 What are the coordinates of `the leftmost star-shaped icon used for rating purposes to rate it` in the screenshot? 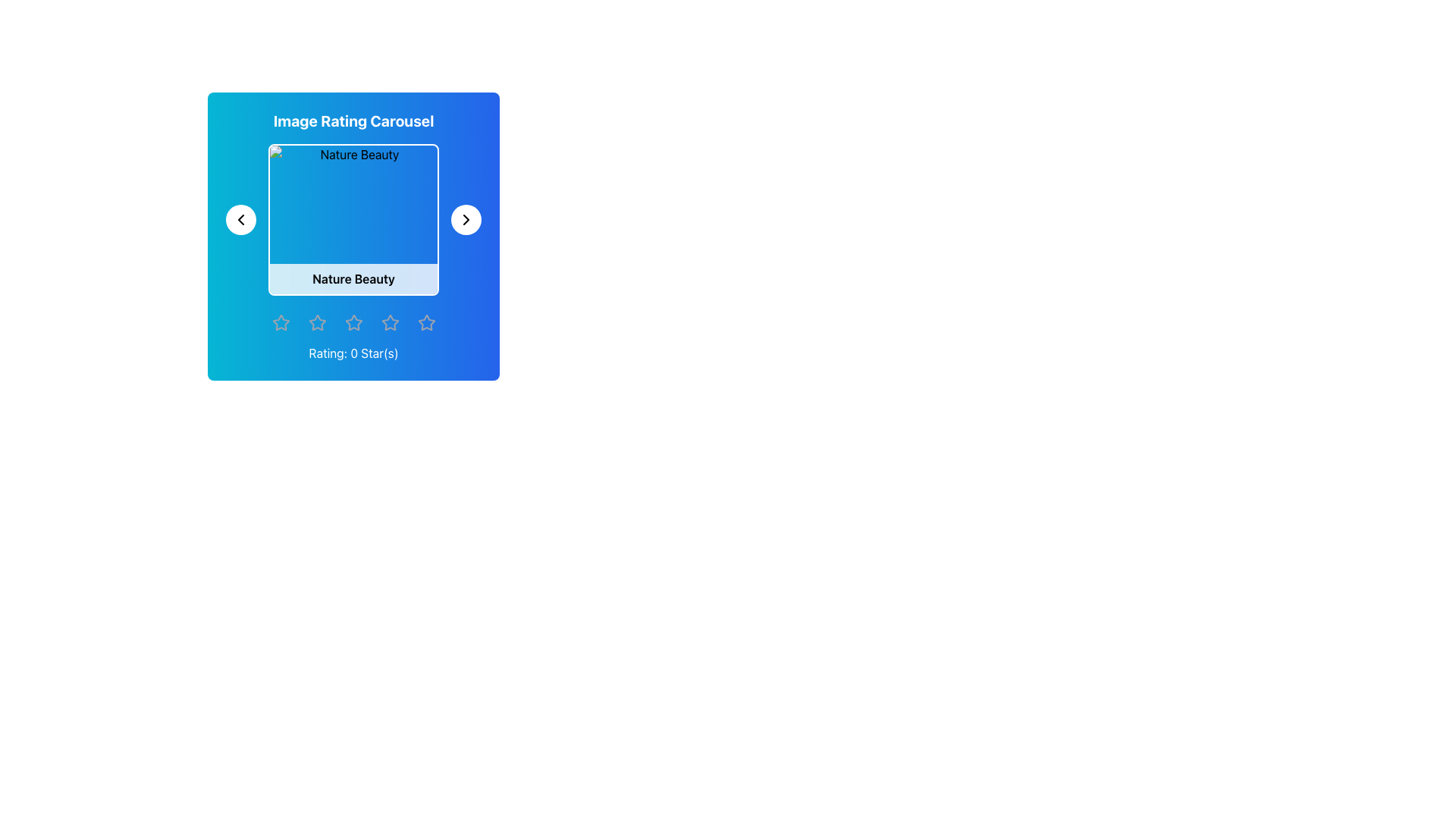 It's located at (281, 322).